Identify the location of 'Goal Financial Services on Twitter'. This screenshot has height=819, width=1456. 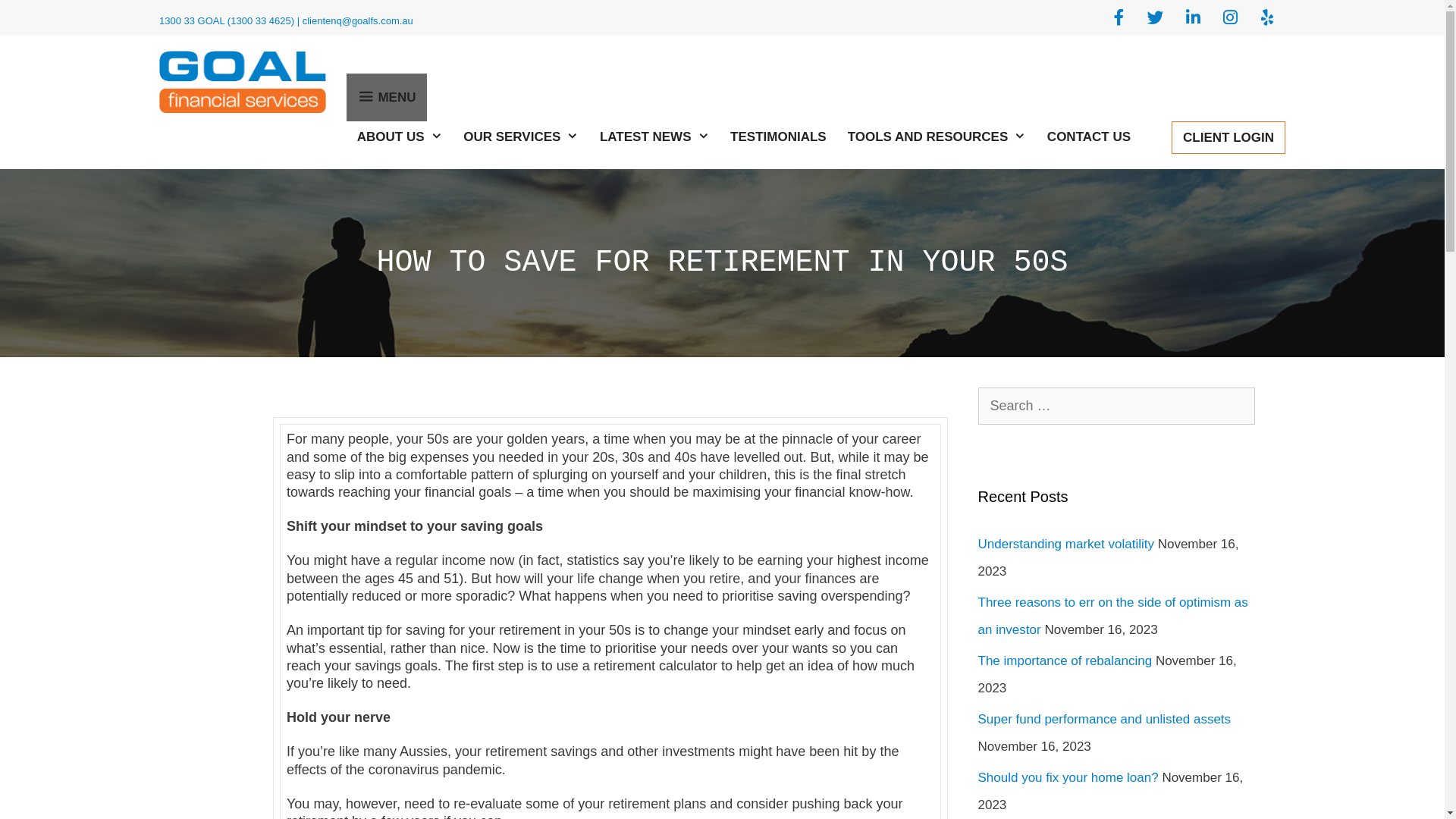
(1155, 17).